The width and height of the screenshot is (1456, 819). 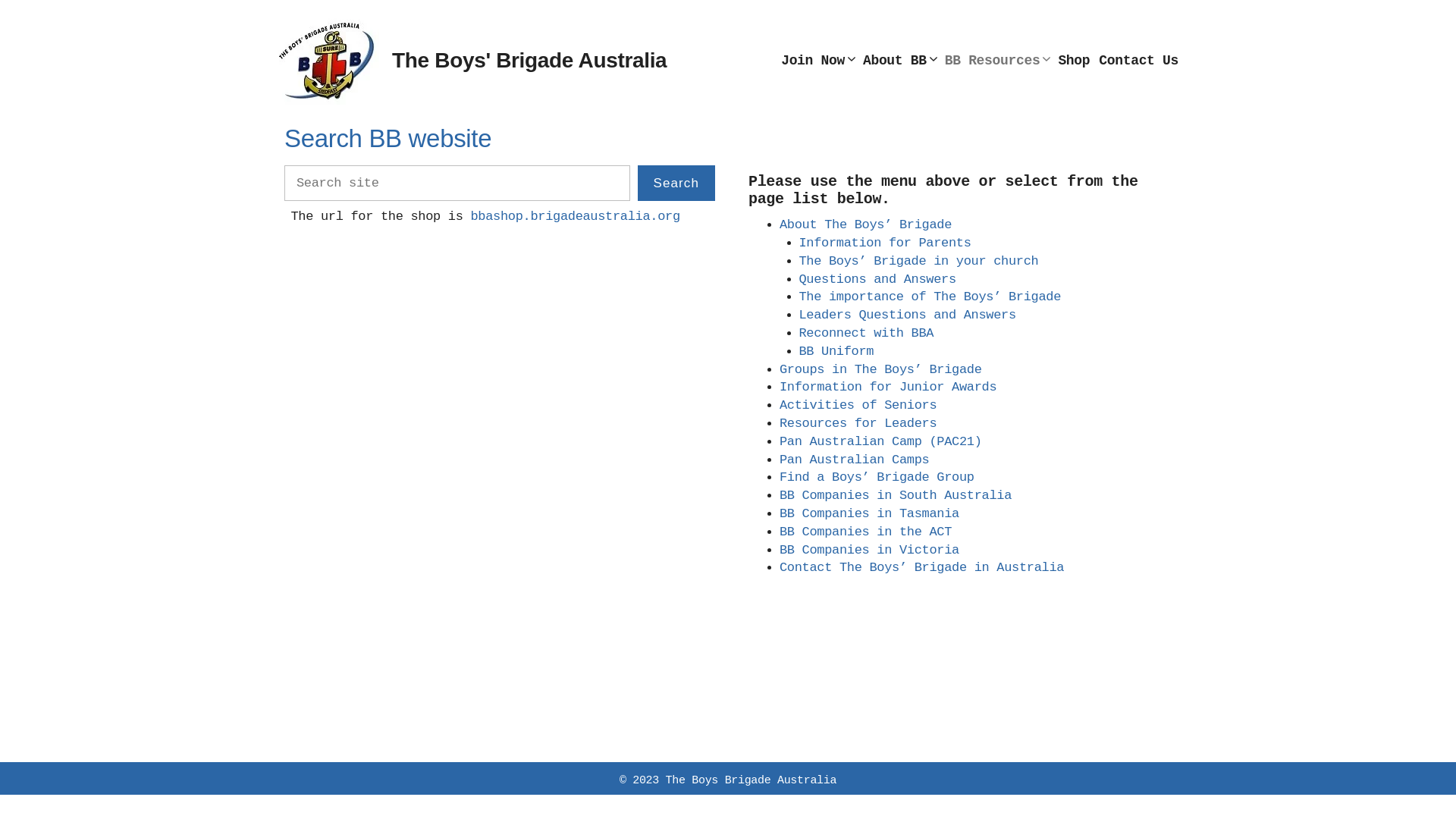 I want to click on 'BB Companies in Victoria', so click(x=869, y=550).